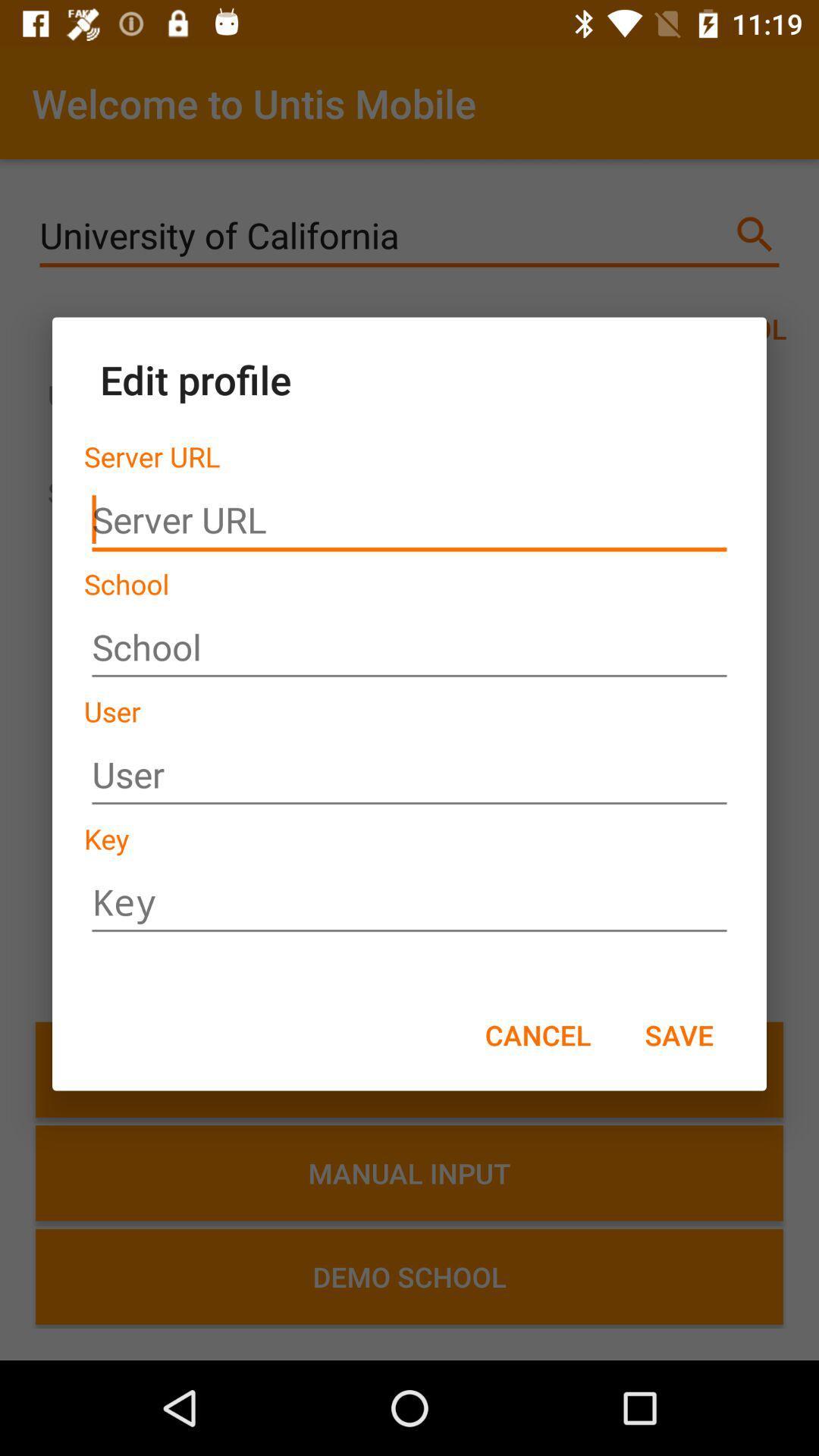  I want to click on school name enter option, so click(409, 648).